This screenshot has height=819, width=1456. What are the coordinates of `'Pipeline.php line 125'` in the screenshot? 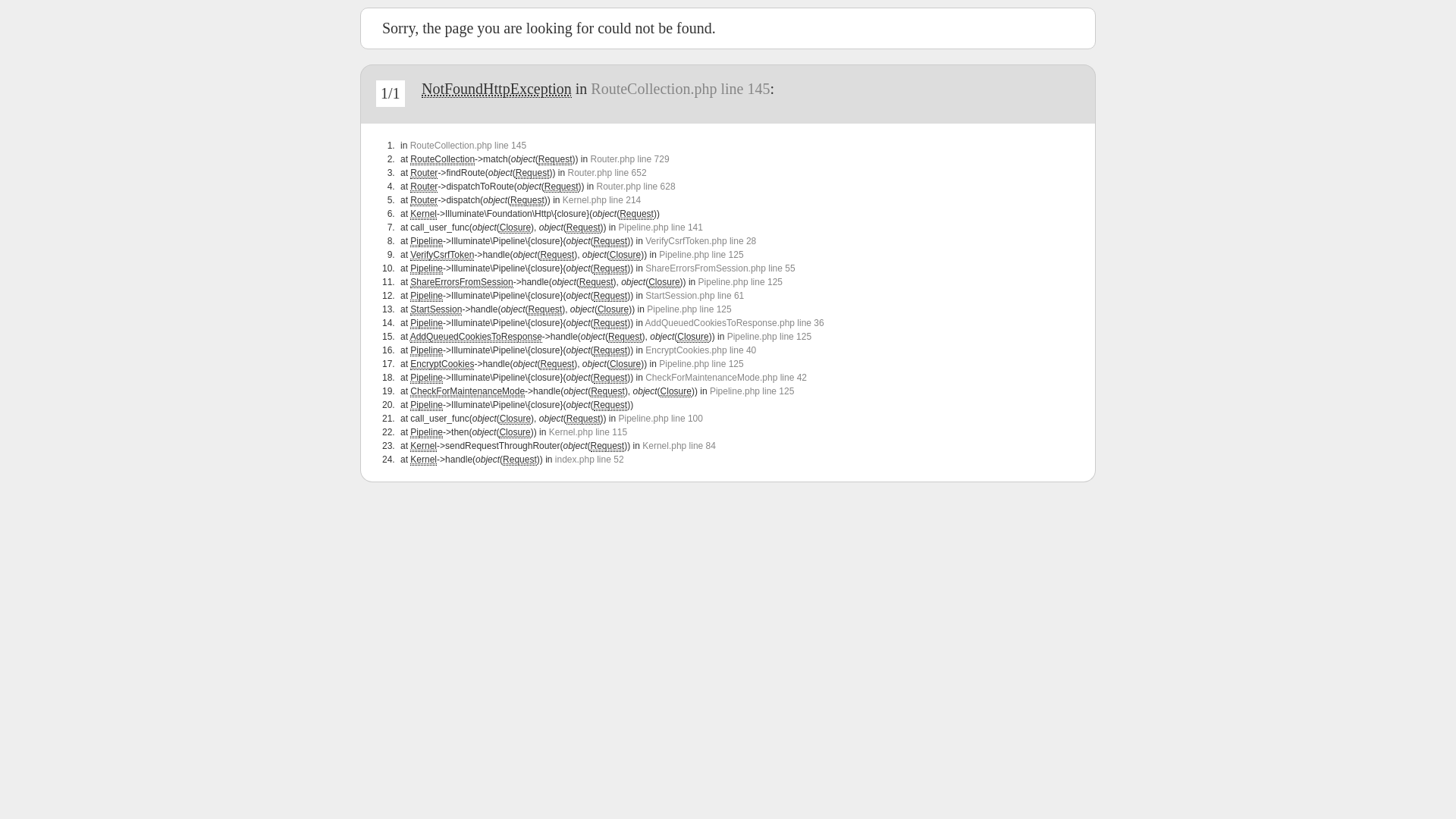 It's located at (740, 281).